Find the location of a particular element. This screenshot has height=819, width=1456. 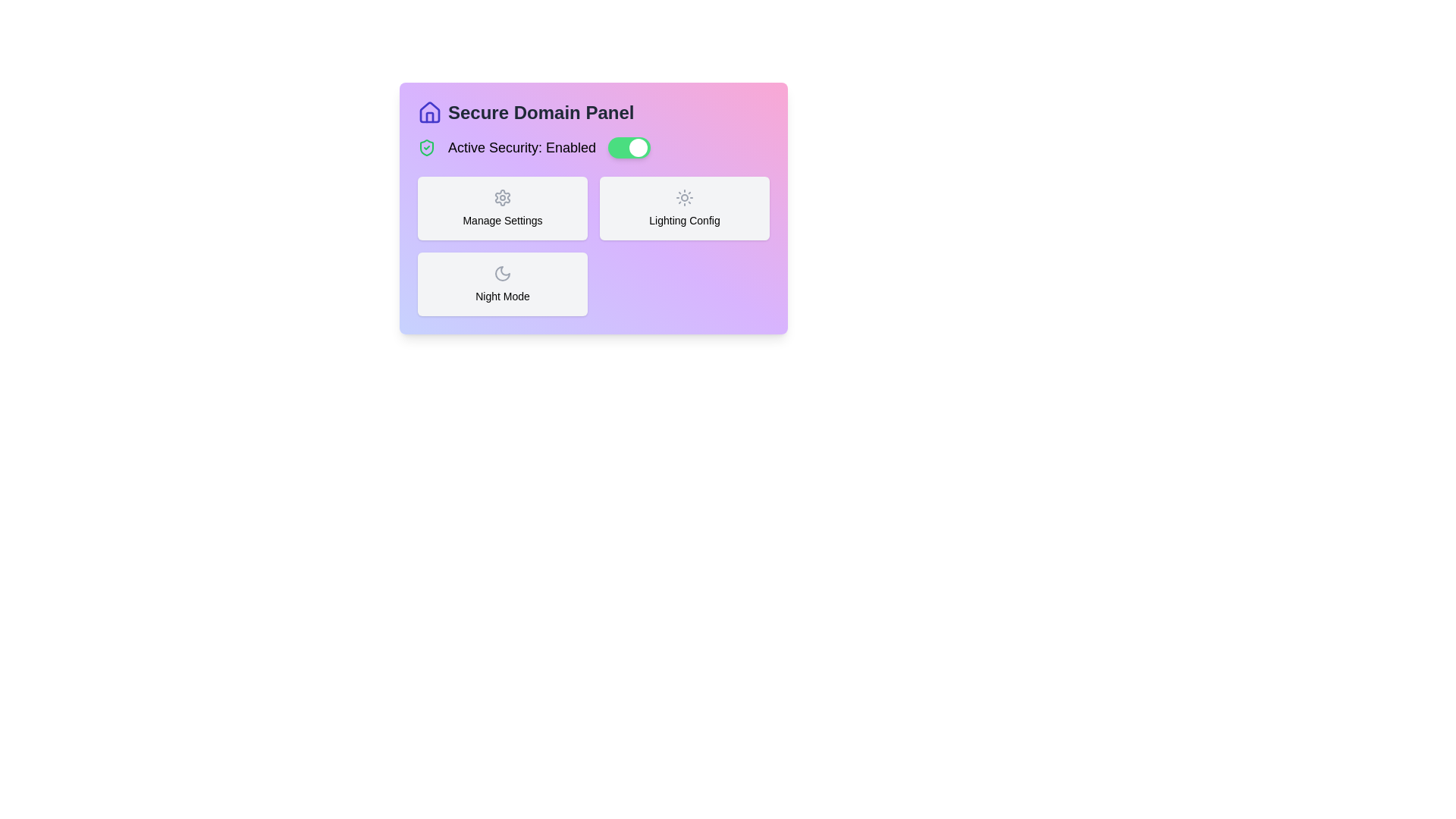

the 'Lighting Config' button, which is a rectangular button with a light gray background and a sun icon, located in the top-right grid of the section containing three buttons is located at coordinates (683, 208).